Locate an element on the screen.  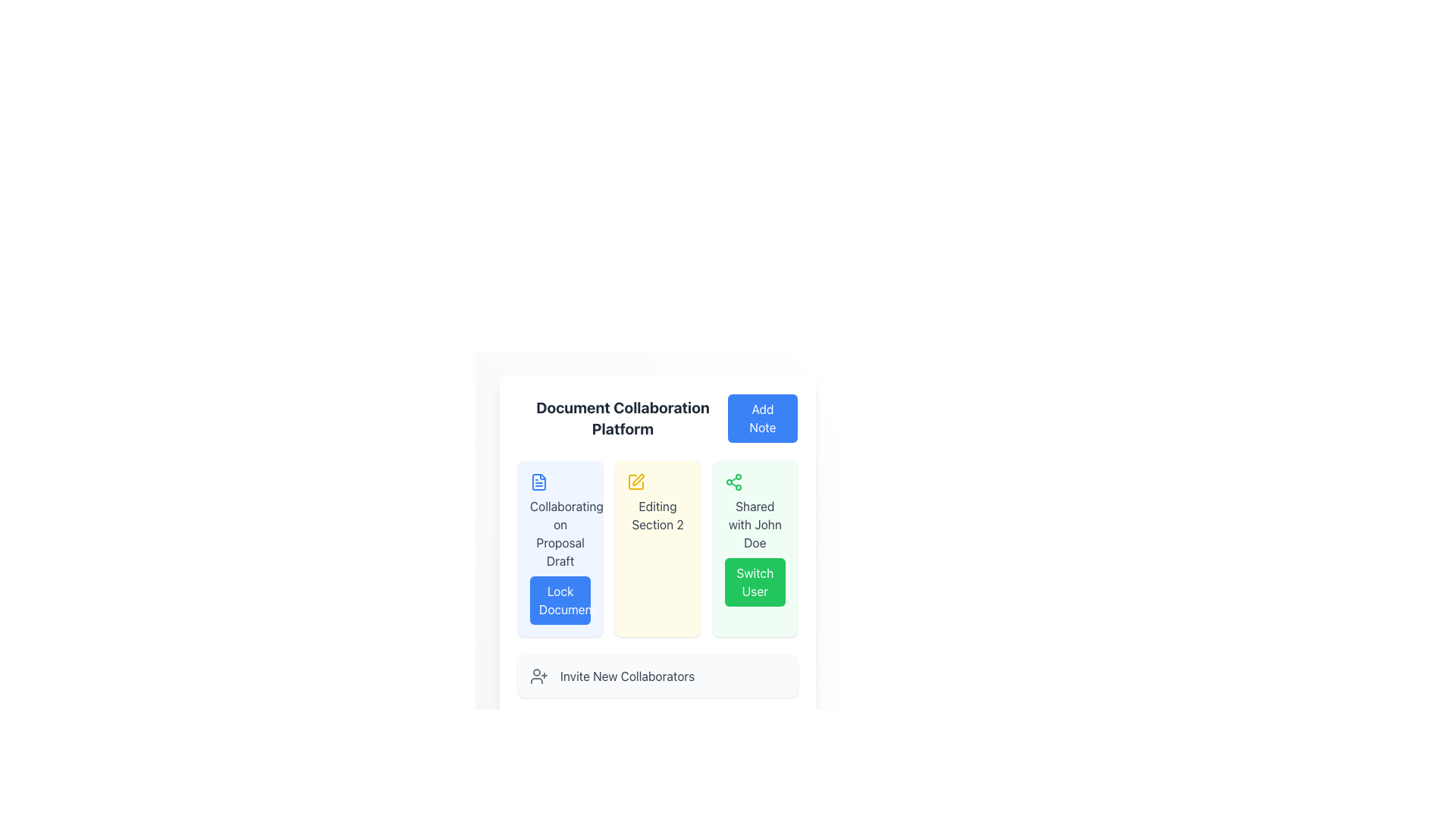
the 'Add Note' button, which is a rectangular button with a blue background and rounded corners, located at the top-right corner of the 'Document Collaboration Platform' section is located at coordinates (762, 418).